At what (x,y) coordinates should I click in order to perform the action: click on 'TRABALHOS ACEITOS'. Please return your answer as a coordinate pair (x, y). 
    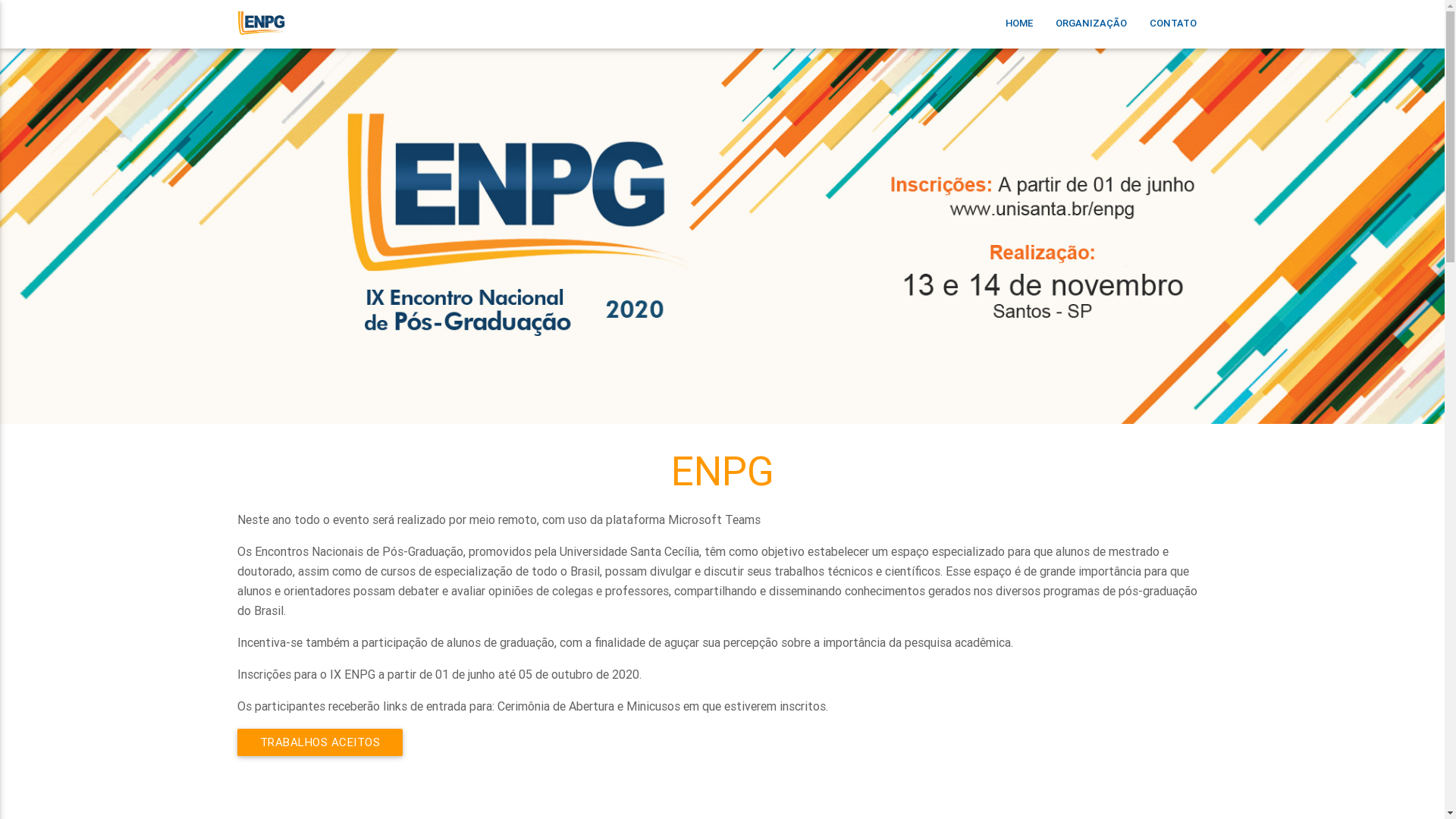
    Looking at the image, I should click on (318, 742).